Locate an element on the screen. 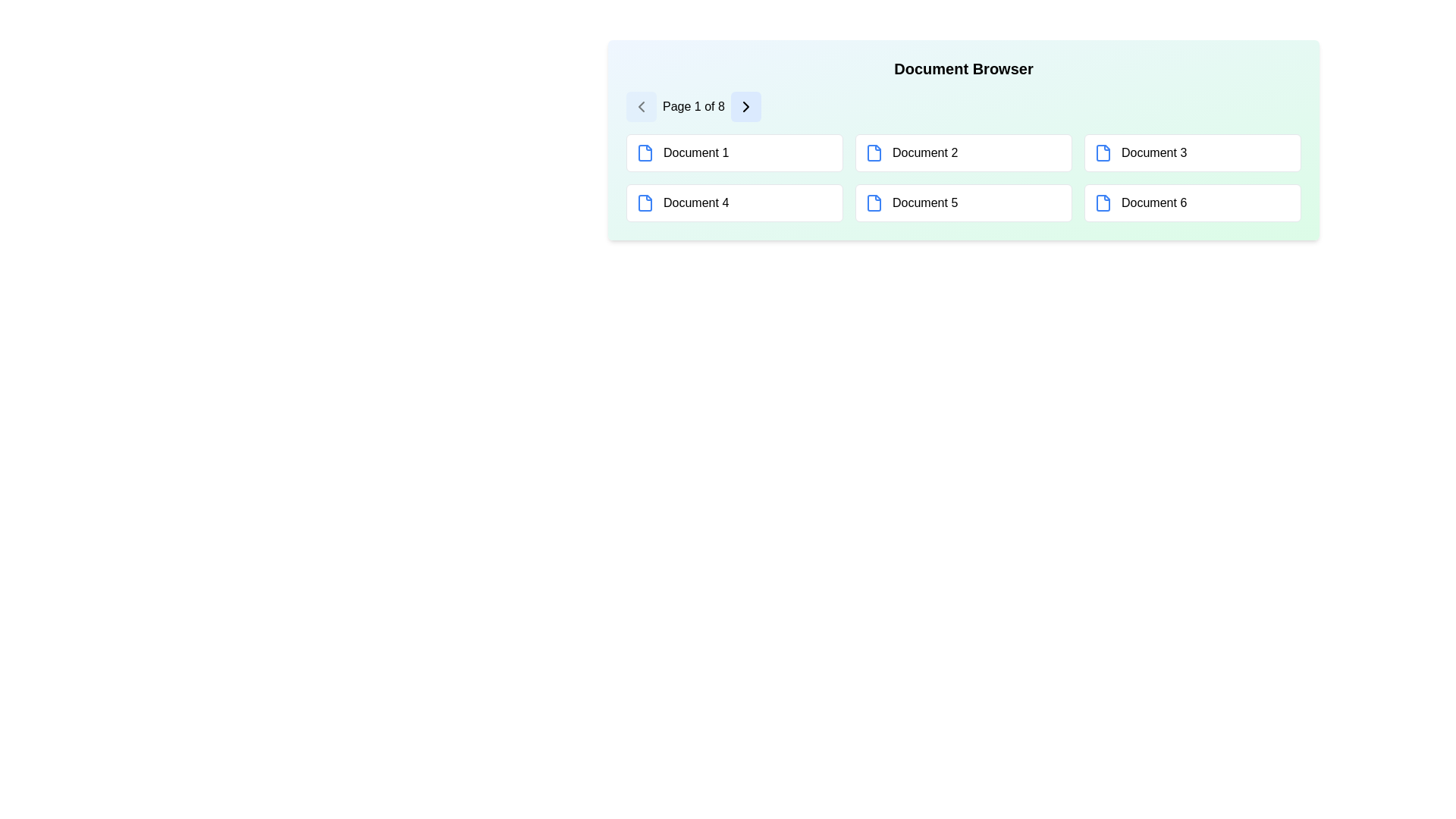  the backward navigation icon located on the left side of the page navigation tools, directly to the left of the label 'Page 1 of 8' is located at coordinates (641, 106).